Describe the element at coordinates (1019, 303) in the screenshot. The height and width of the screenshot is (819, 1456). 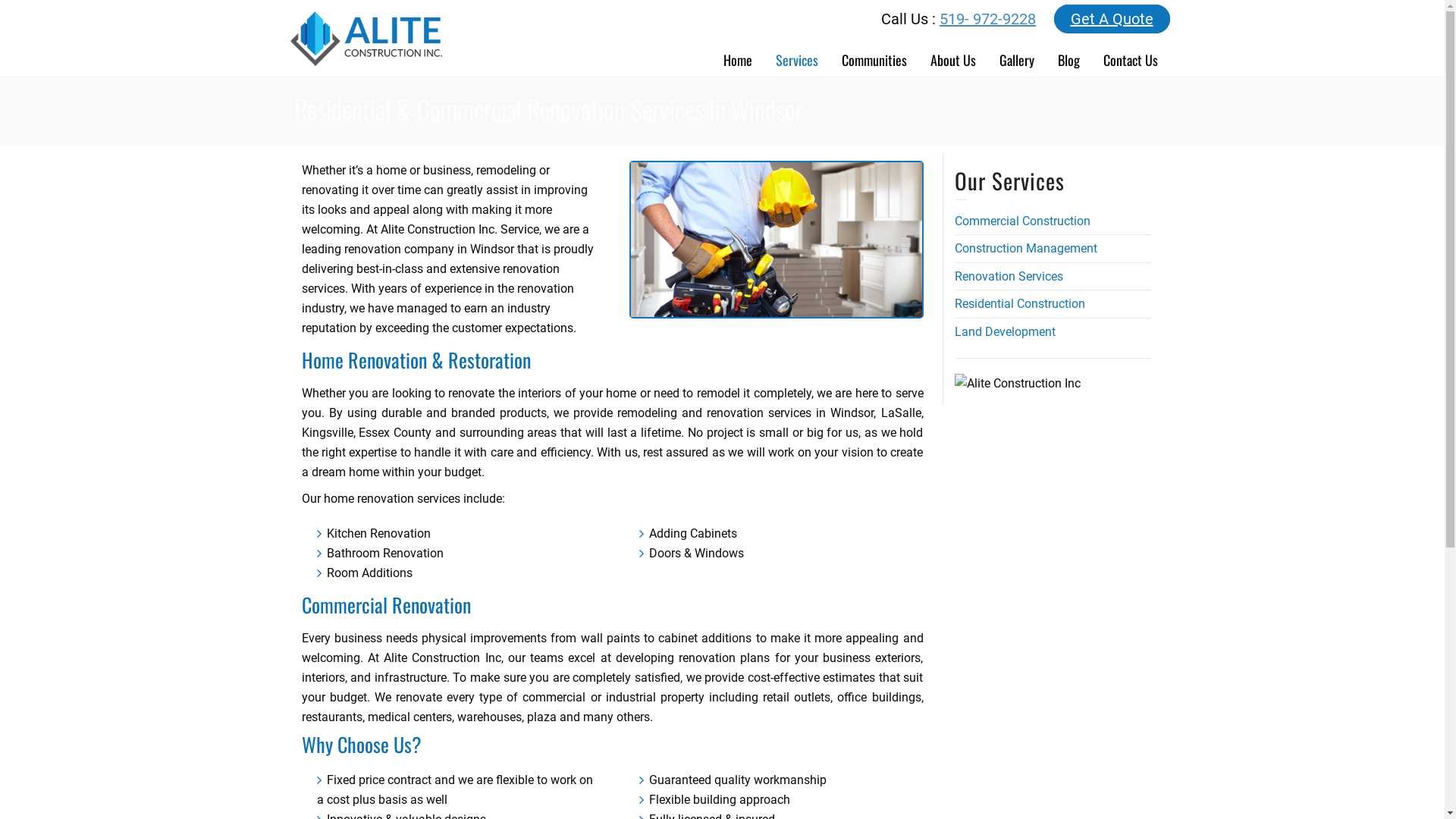
I see `'Residential Construction'` at that location.